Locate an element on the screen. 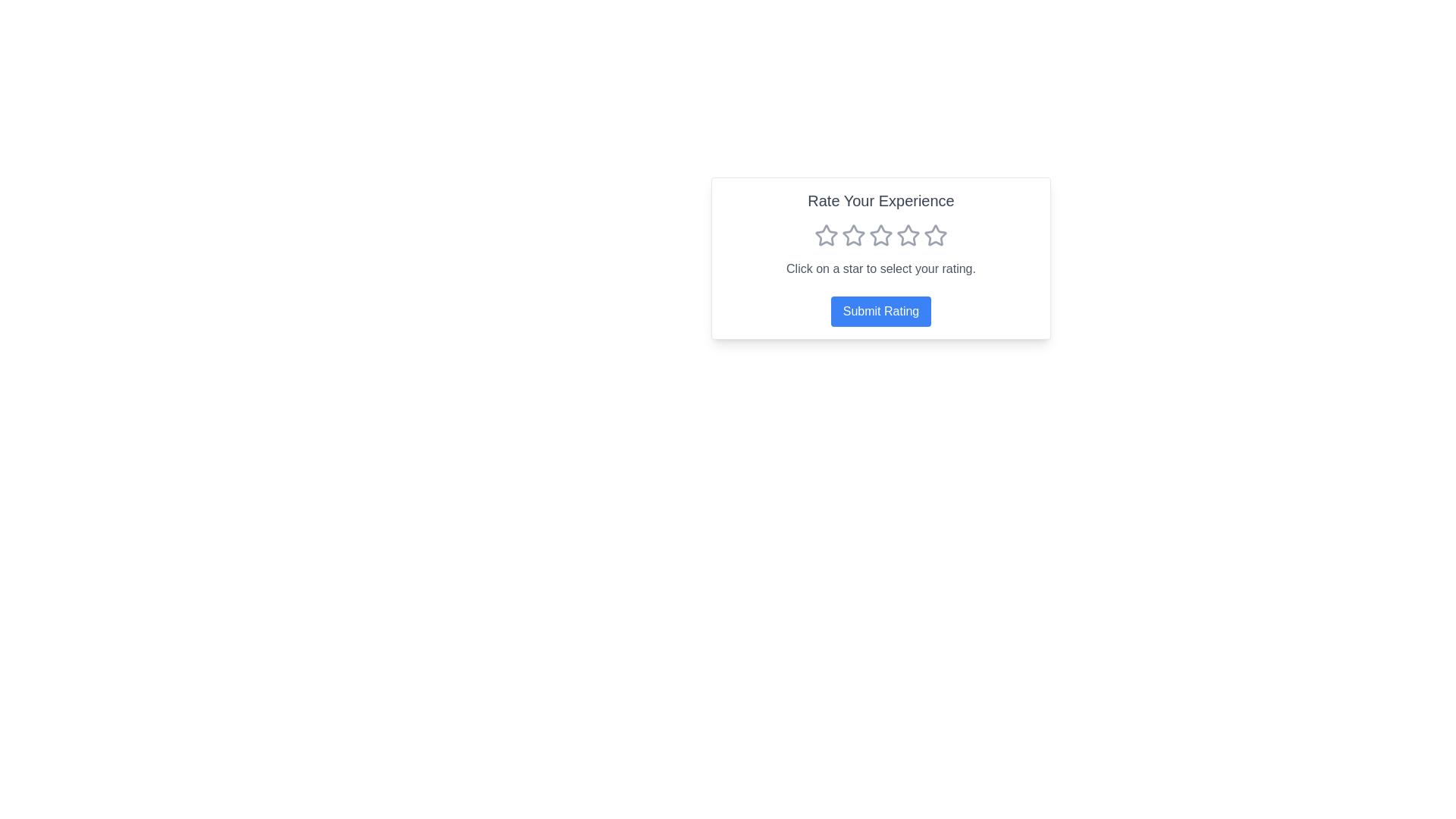  the first Rating Star Icon to rate the item, experience, or service, which will highlight the star to indicate selection is located at coordinates (825, 236).